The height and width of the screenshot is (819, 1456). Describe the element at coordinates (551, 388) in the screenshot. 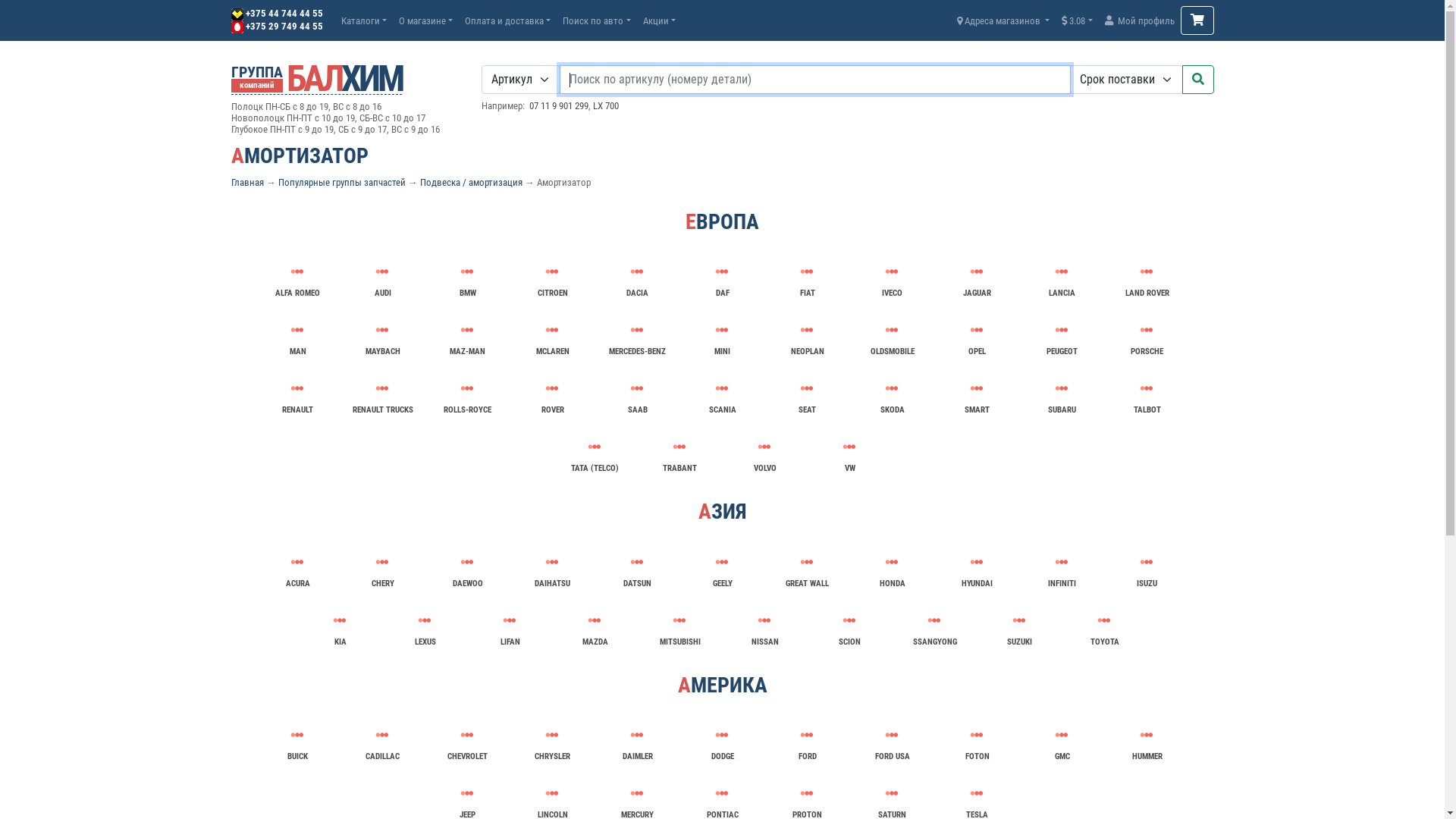

I see `'ROVER'` at that location.